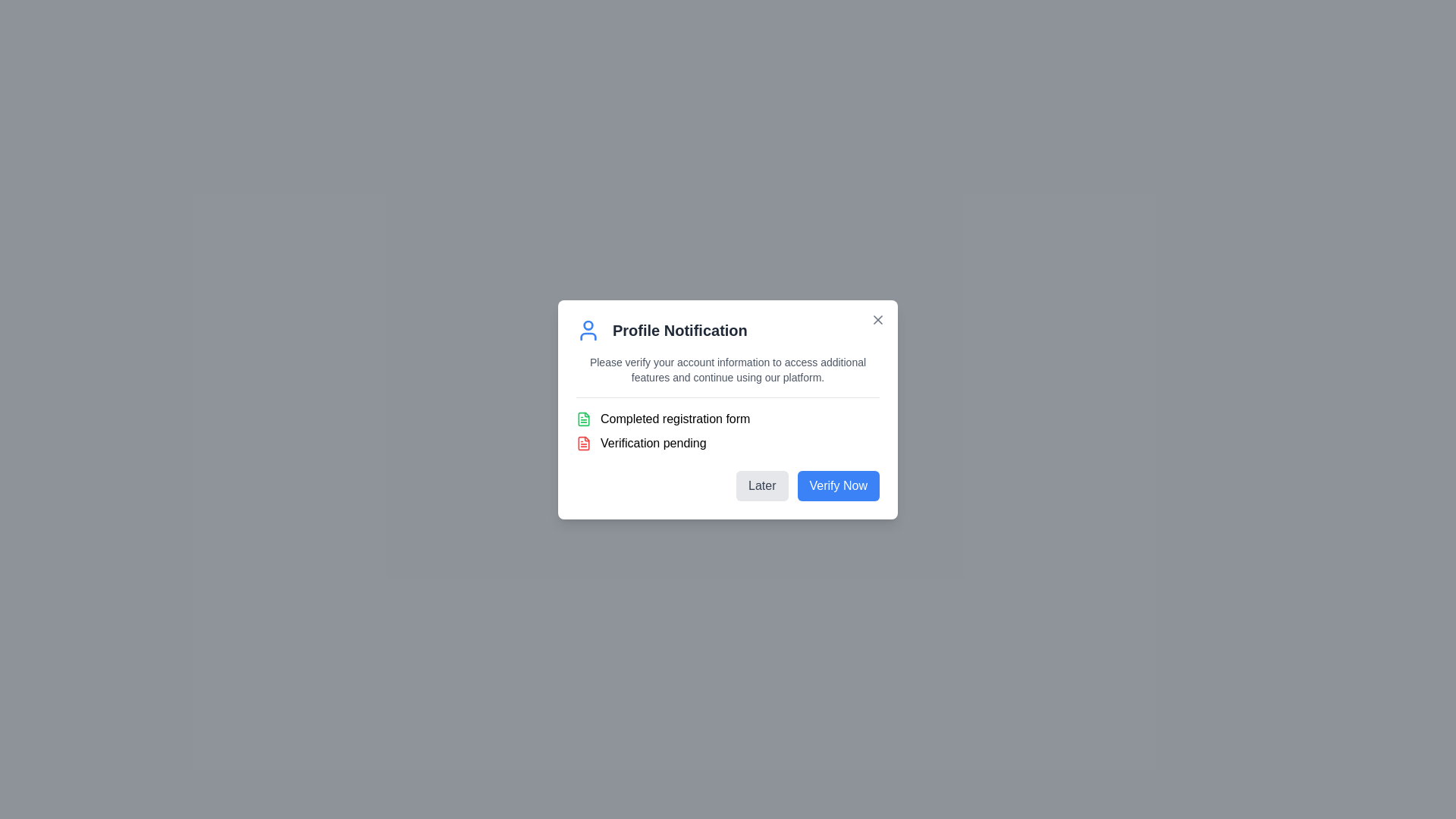 The height and width of the screenshot is (819, 1456). I want to click on the 'Later' button located on the bottom right of the dialog box to observe a background color change, so click(762, 485).